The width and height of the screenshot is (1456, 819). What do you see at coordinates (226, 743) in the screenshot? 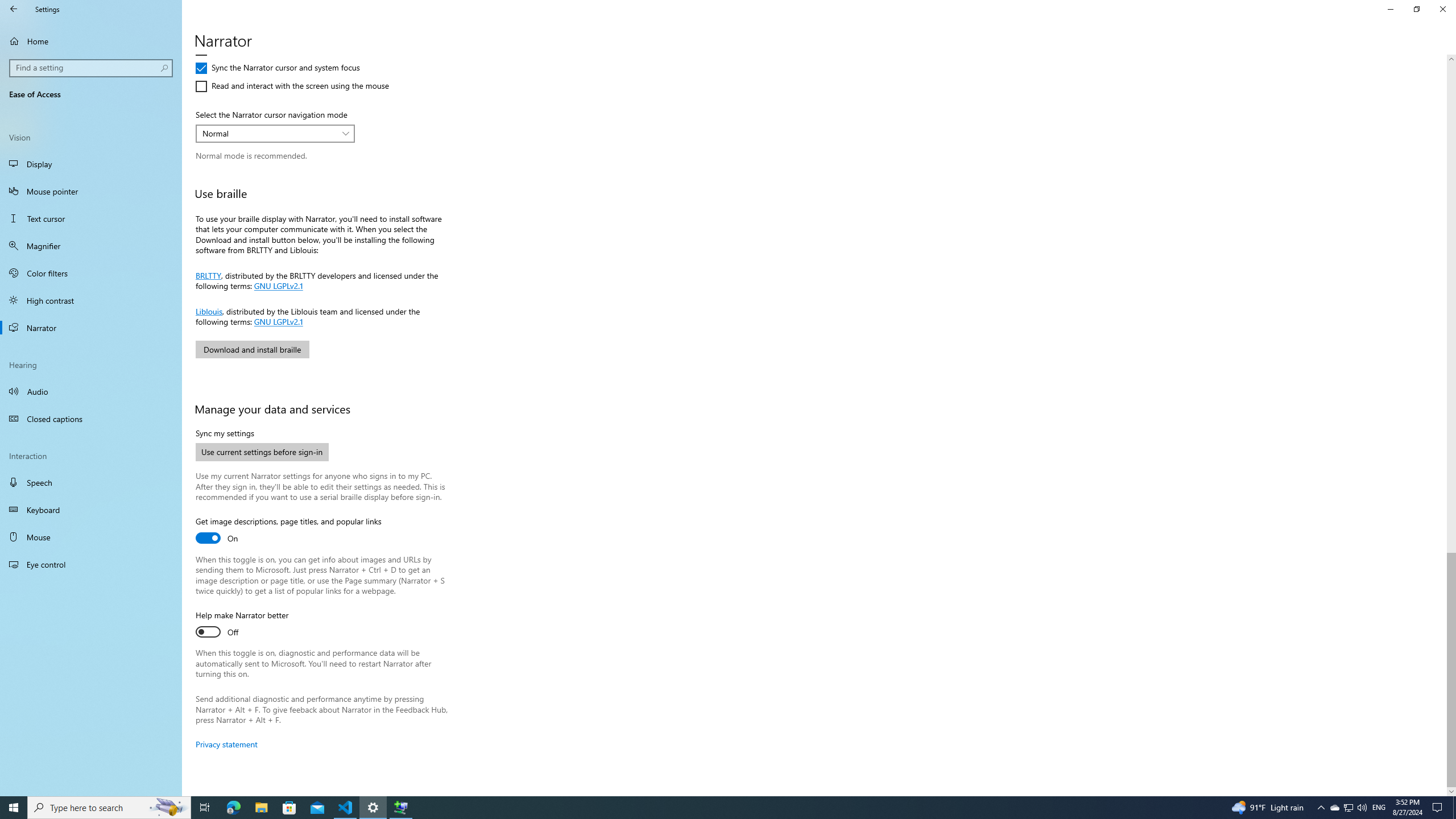
I see `'Privacy statement'` at bounding box center [226, 743].